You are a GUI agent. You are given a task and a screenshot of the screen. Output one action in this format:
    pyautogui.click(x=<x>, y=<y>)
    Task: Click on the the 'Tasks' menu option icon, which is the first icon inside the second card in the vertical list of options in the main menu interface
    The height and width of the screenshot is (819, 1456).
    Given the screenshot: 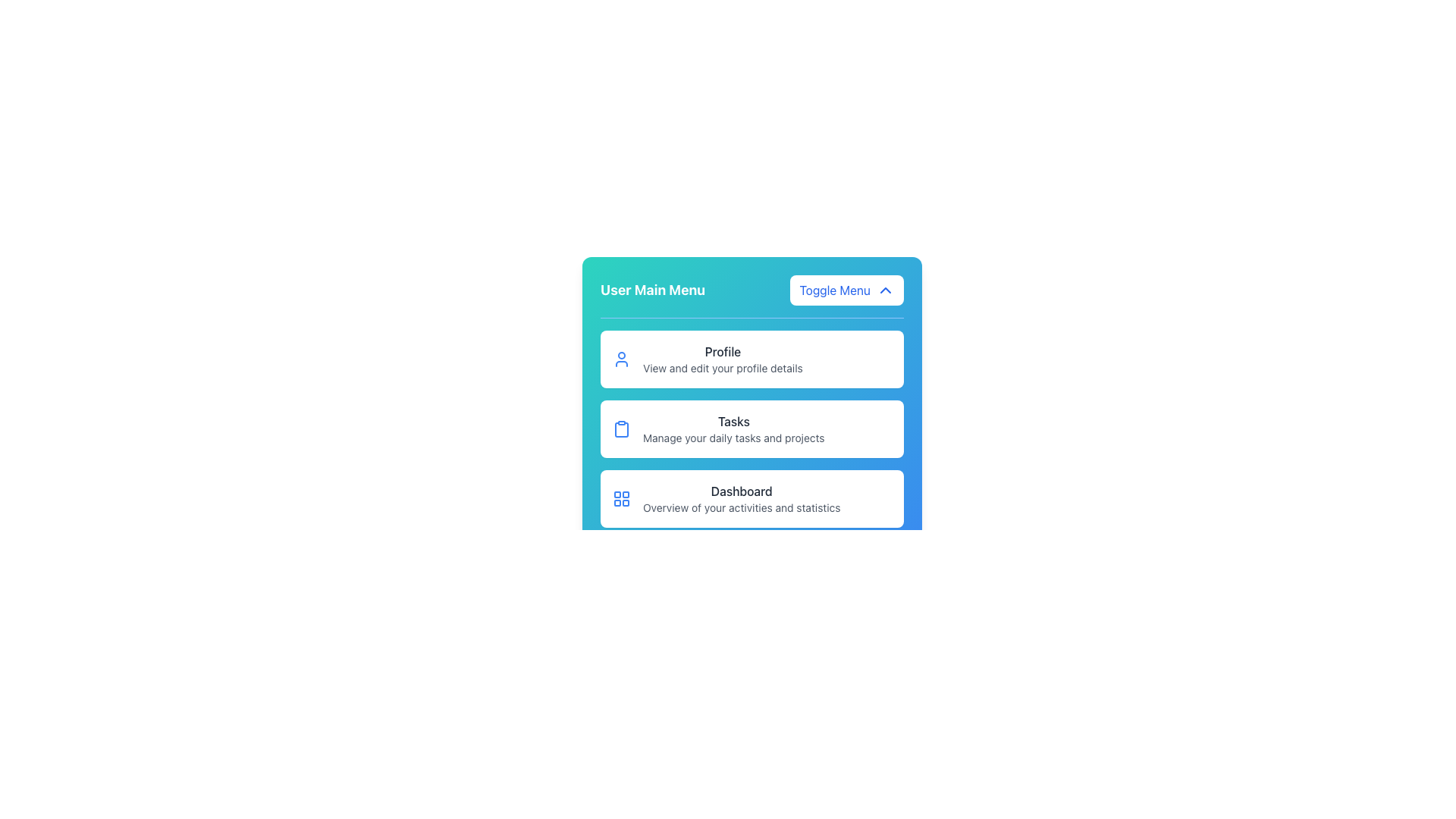 What is the action you would take?
    pyautogui.click(x=622, y=429)
    